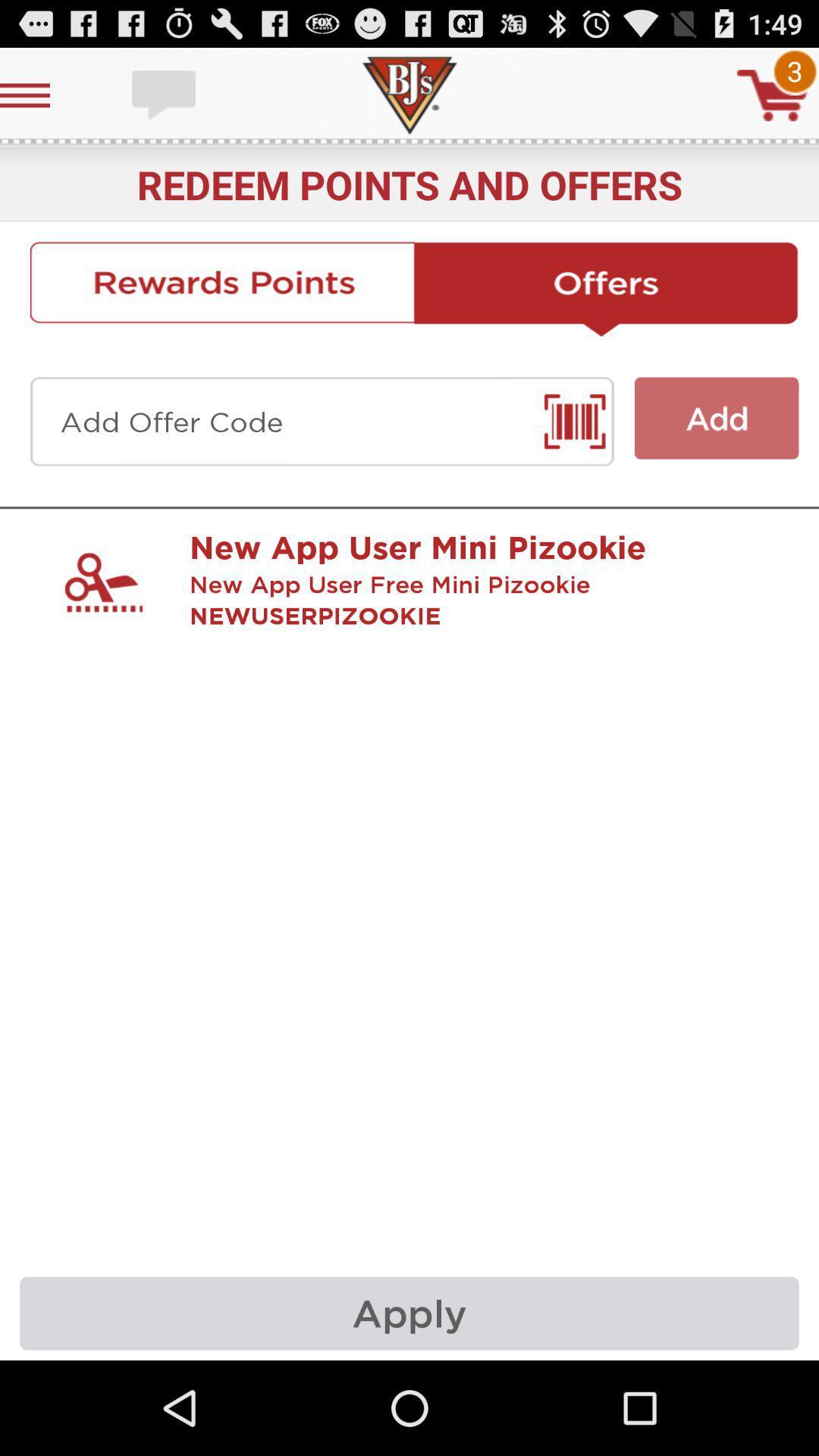  I want to click on reward tab, so click(222, 289).